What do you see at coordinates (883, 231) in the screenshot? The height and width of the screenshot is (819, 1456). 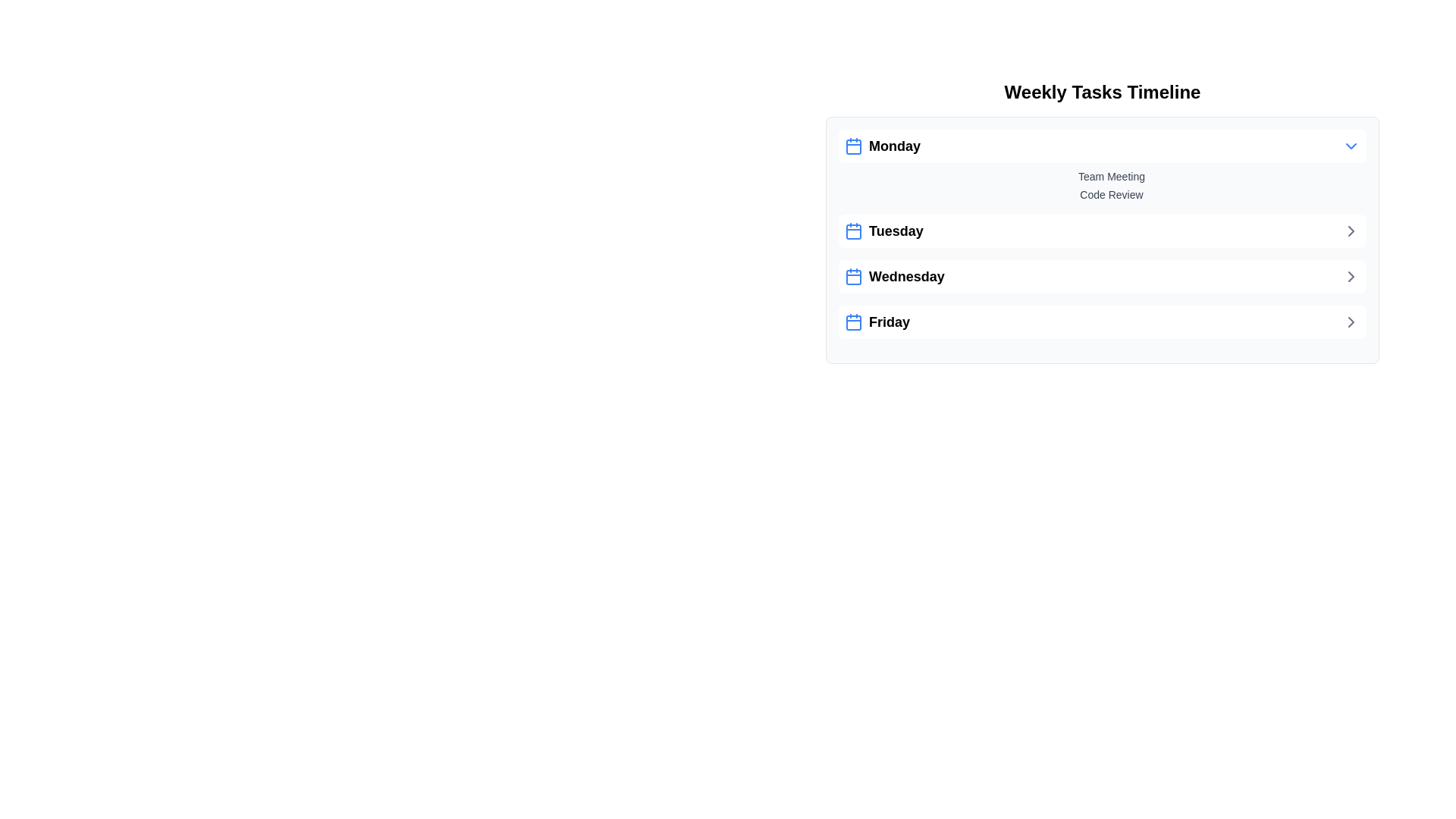 I see `the text label with the blue calendar icon that reads 'Tuesday', which is the second item in the list under 'Weekly Tasks Timeline'` at bounding box center [883, 231].